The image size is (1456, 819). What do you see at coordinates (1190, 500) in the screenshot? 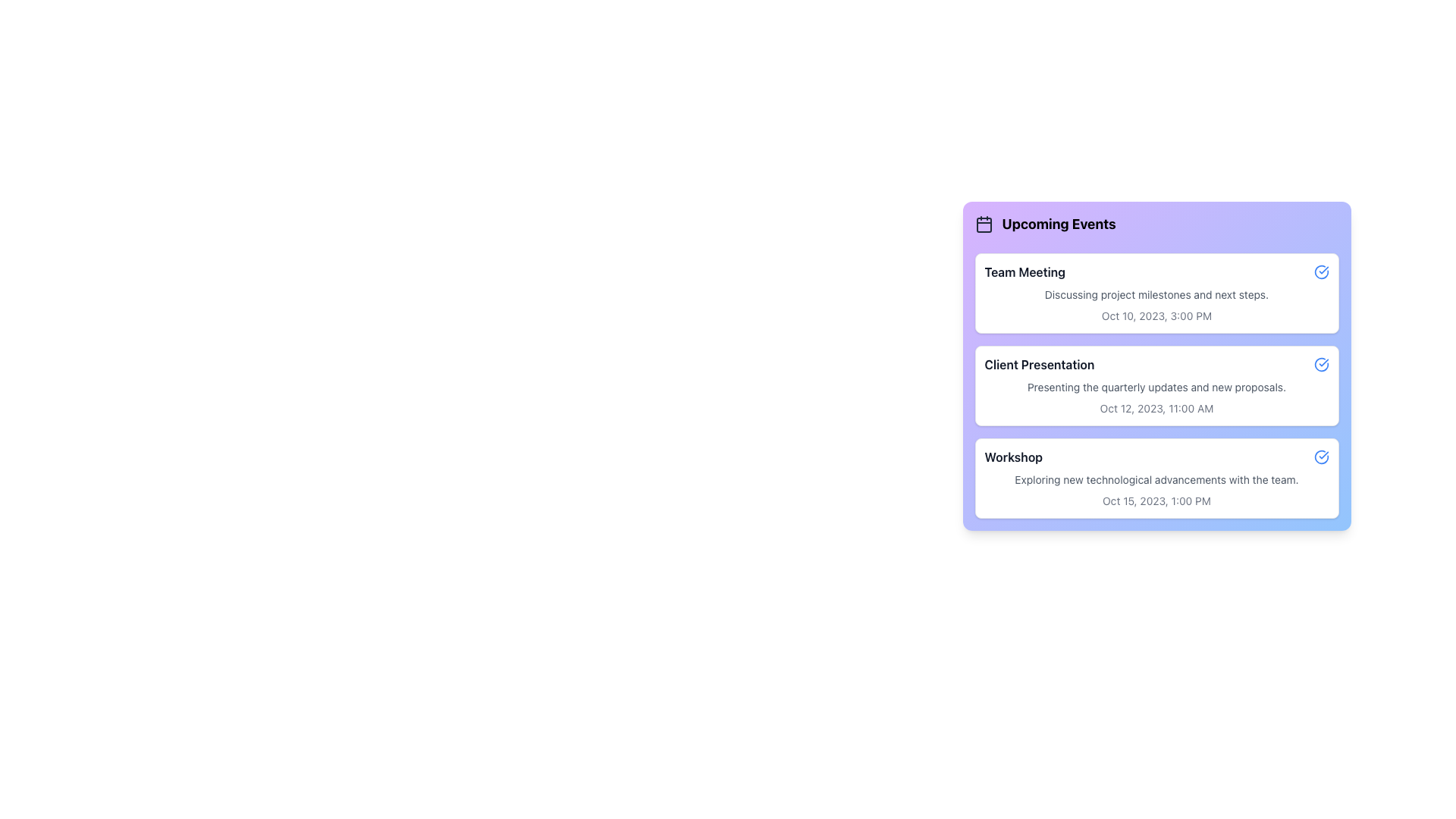
I see `the editable text '1:00 PM' from the time component label within the 'Workshop' card` at bounding box center [1190, 500].